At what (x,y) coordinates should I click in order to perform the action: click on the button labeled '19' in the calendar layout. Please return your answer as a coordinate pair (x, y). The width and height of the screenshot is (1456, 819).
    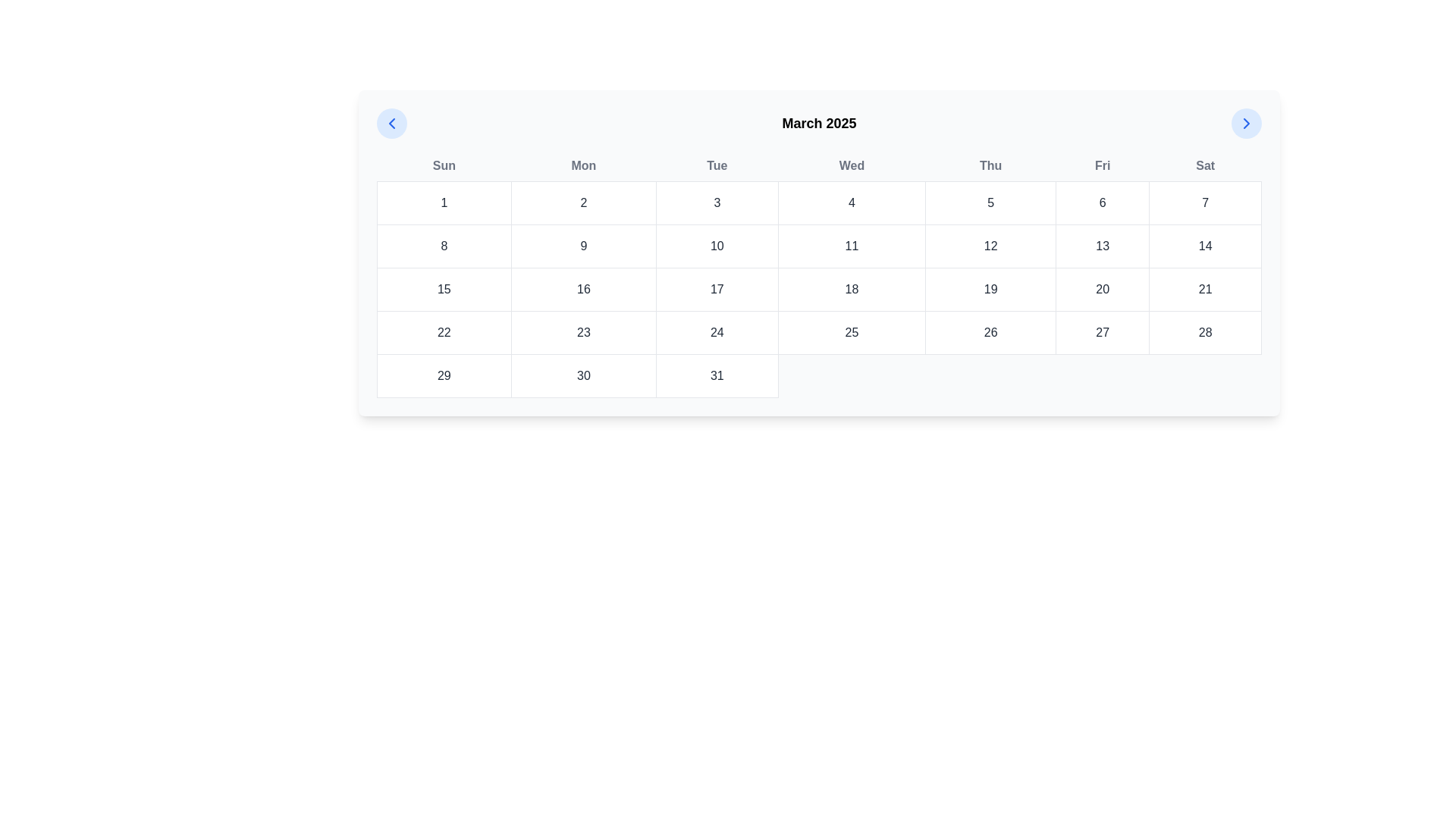
    Looking at the image, I should click on (990, 289).